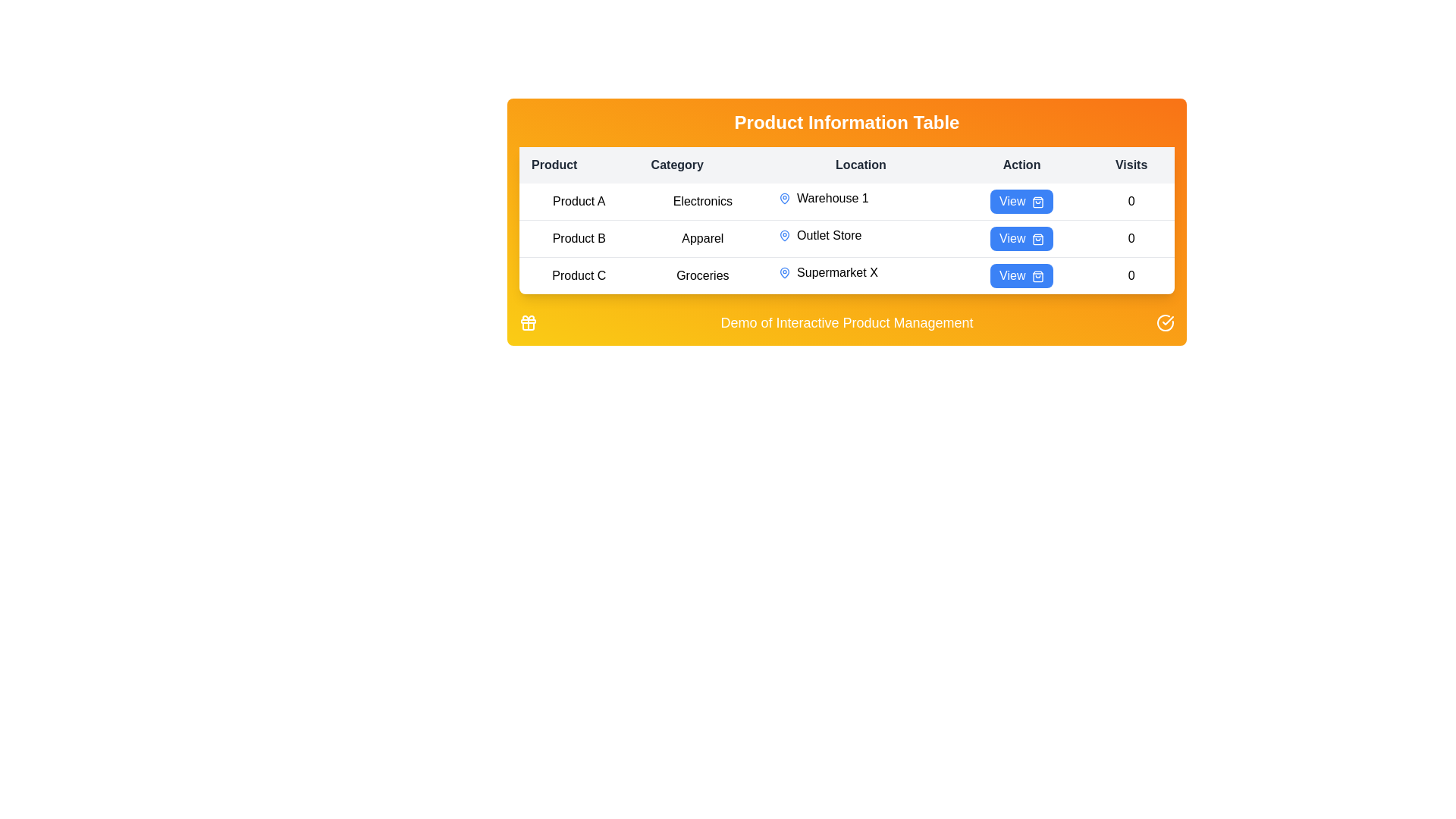  Describe the element at coordinates (1131, 275) in the screenshot. I see `the Text Label indicating the count or value for 'Visits' related to 'Product C', positioned at the far-right of the 'Visits' column in the 'Product Information Table'` at that location.